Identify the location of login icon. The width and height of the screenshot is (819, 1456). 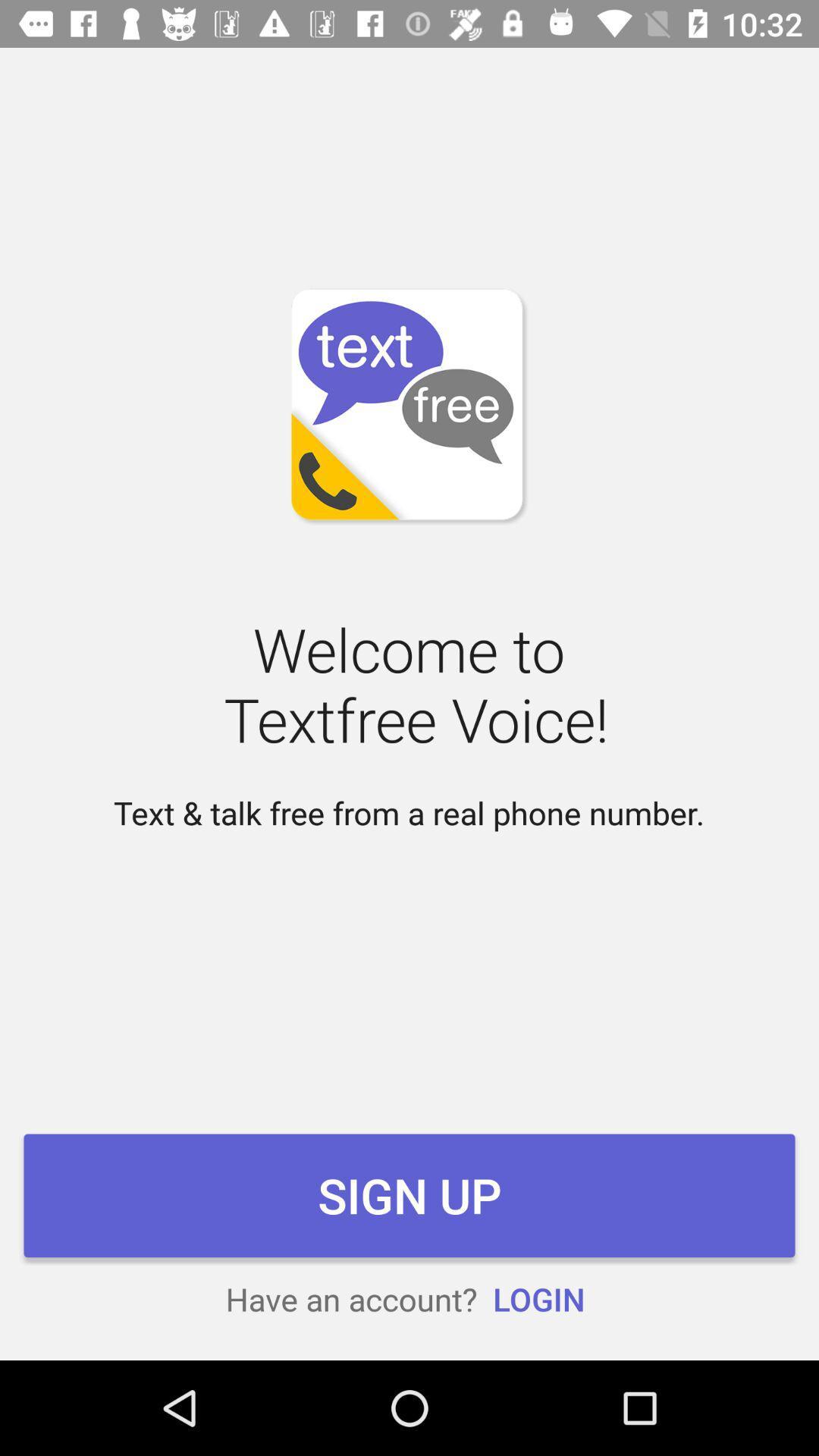
(538, 1298).